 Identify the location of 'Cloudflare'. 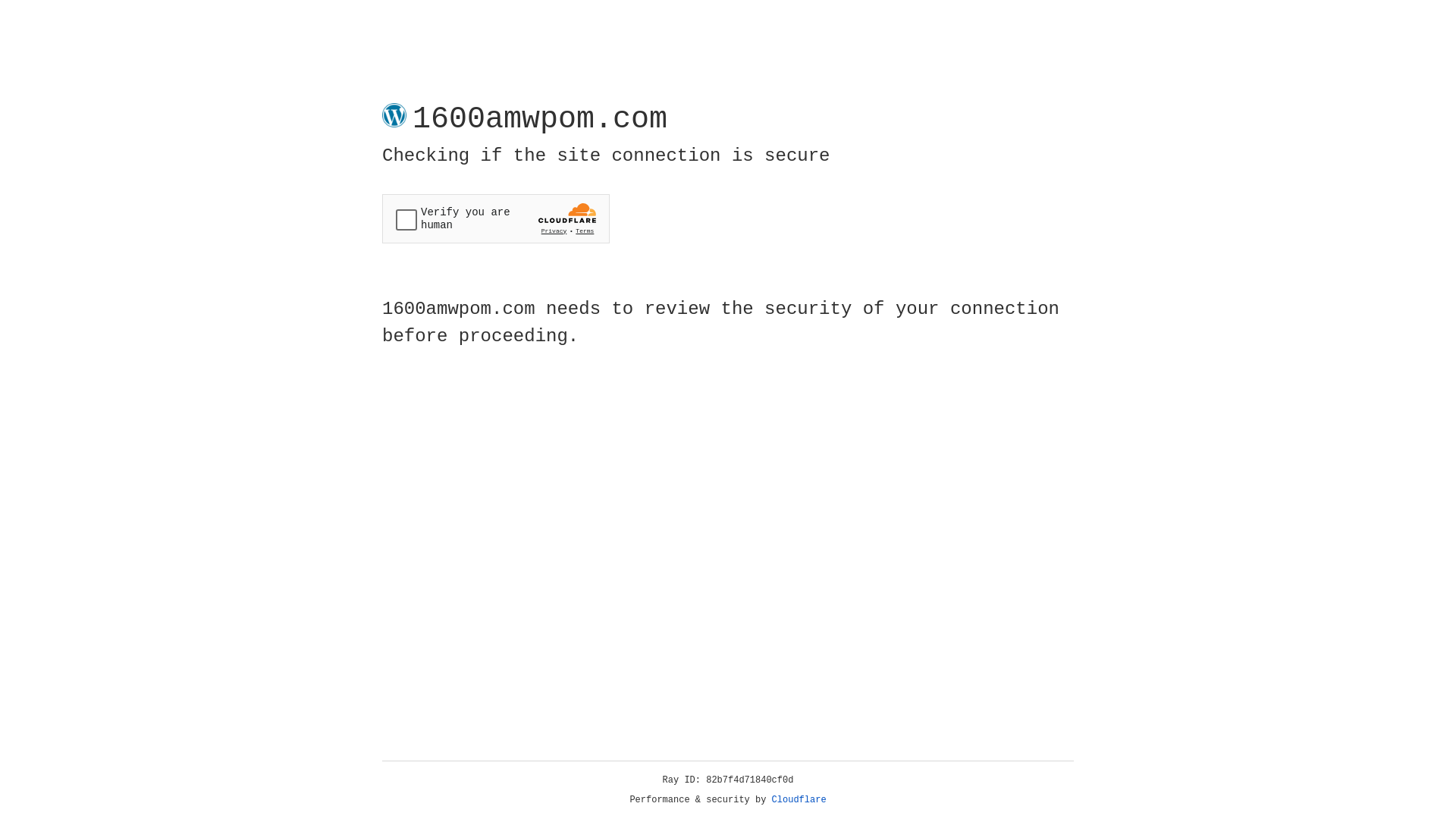
(771, 799).